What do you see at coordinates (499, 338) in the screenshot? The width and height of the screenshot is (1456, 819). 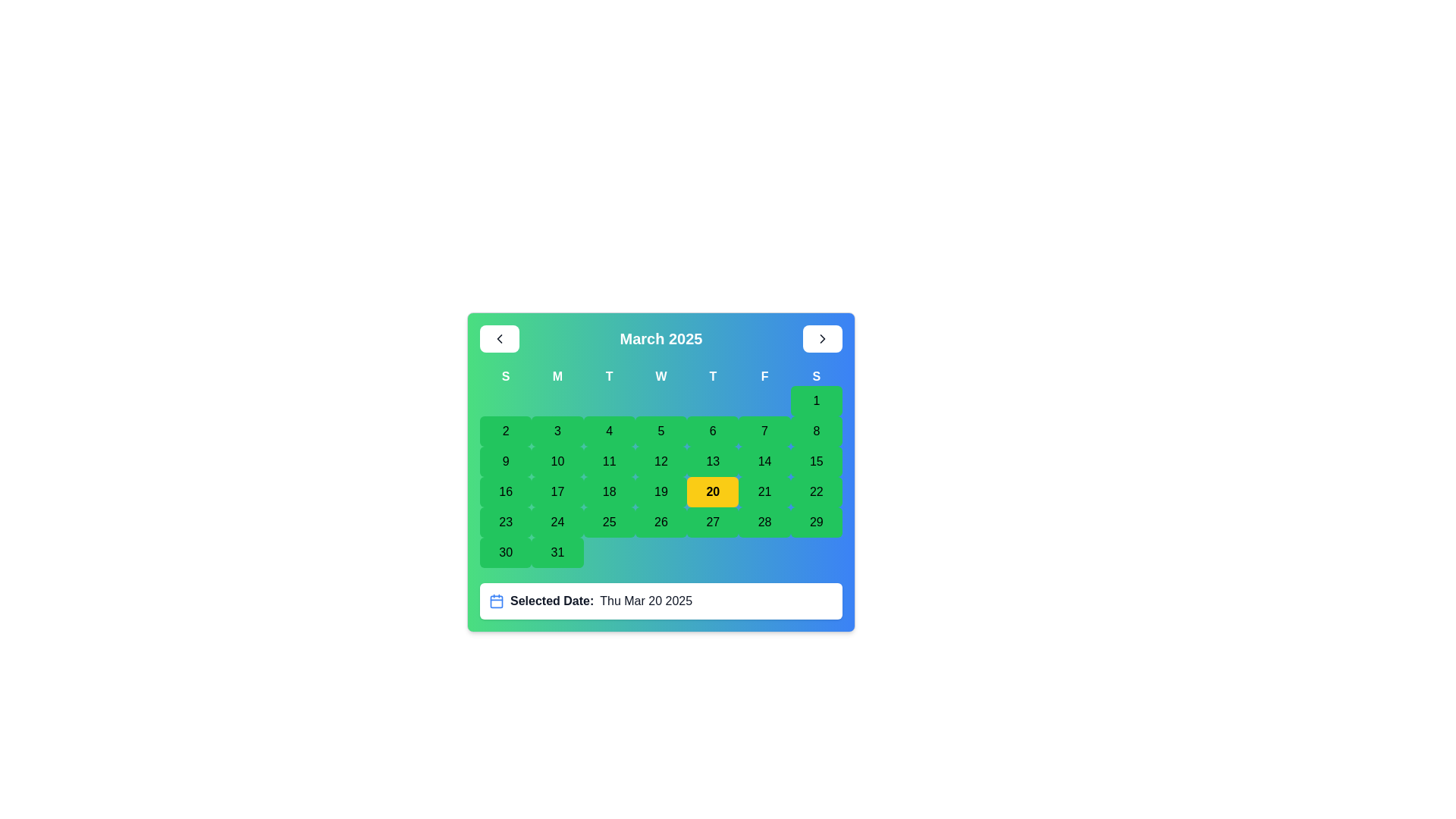 I see `the button located to the left of the 'March 2025' text in the top-left corner of the calendar` at bounding box center [499, 338].